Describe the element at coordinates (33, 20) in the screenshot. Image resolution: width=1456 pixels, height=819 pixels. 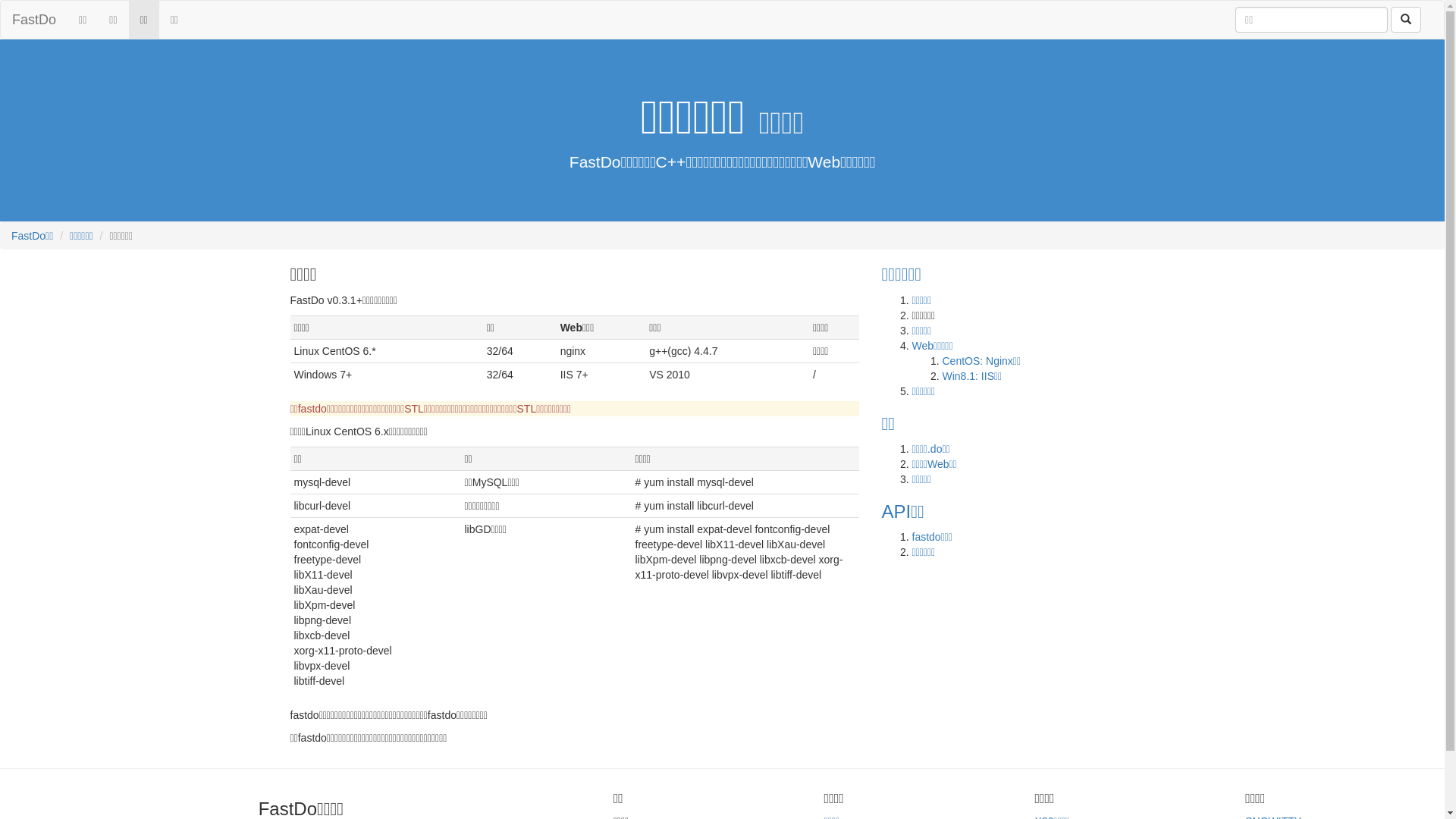
I see `'FastDo'` at that location.